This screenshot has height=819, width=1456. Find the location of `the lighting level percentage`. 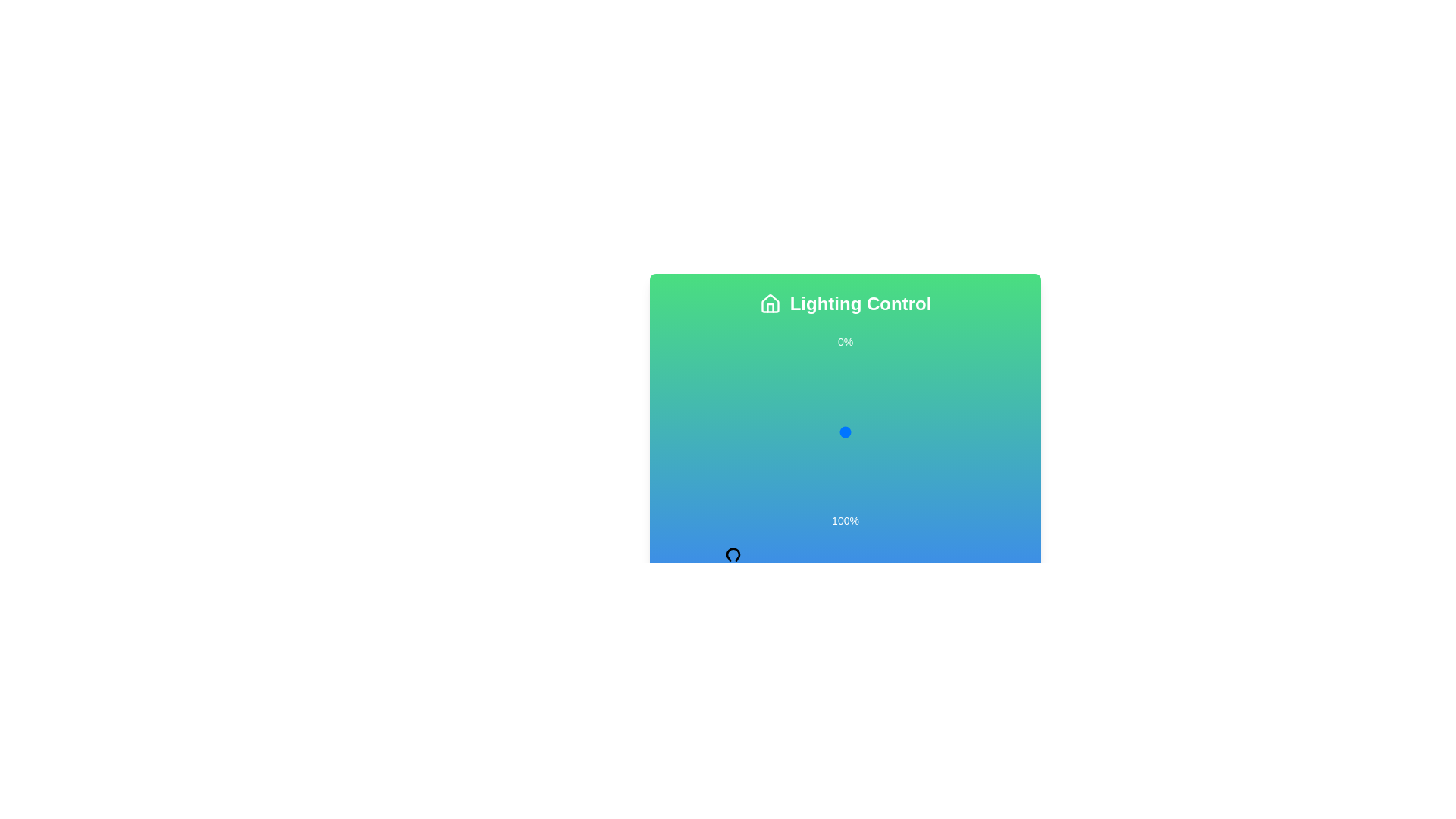

the lighting level percentage is located at coordinates (814, 431).